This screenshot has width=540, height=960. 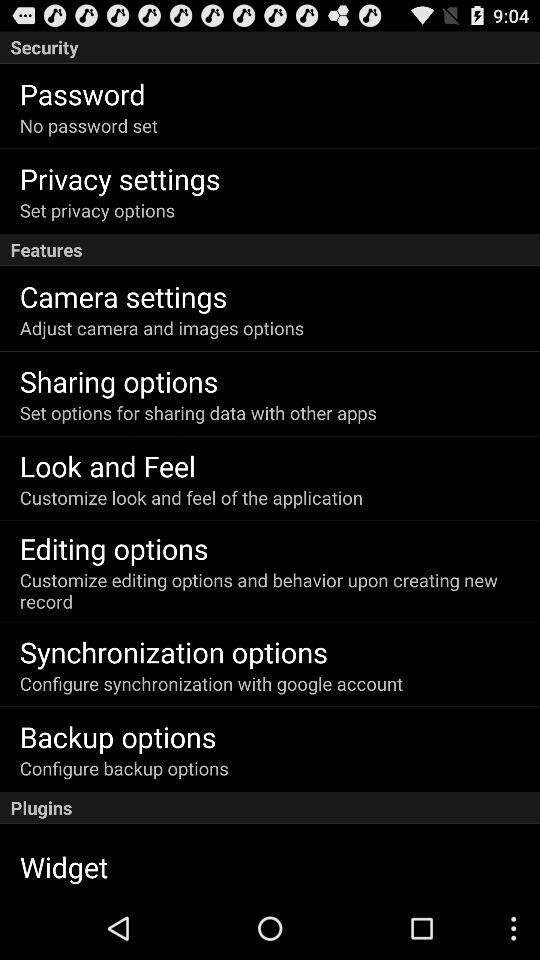 I want to click on the features app, so click(x=270, y=249).